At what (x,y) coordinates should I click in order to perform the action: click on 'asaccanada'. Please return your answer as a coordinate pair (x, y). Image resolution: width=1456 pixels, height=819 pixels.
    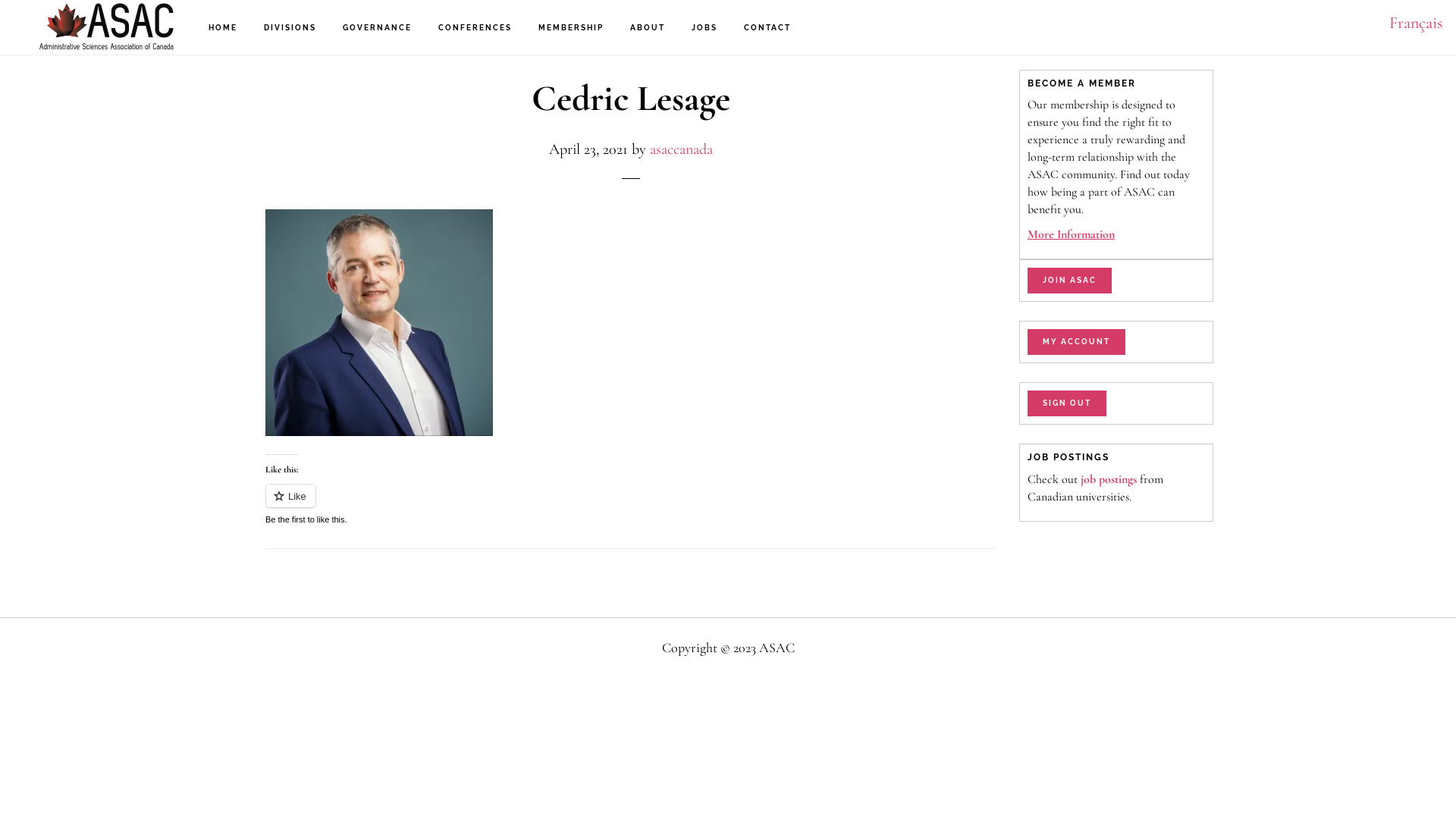
    Looking at the image, I should click on (680, 149).